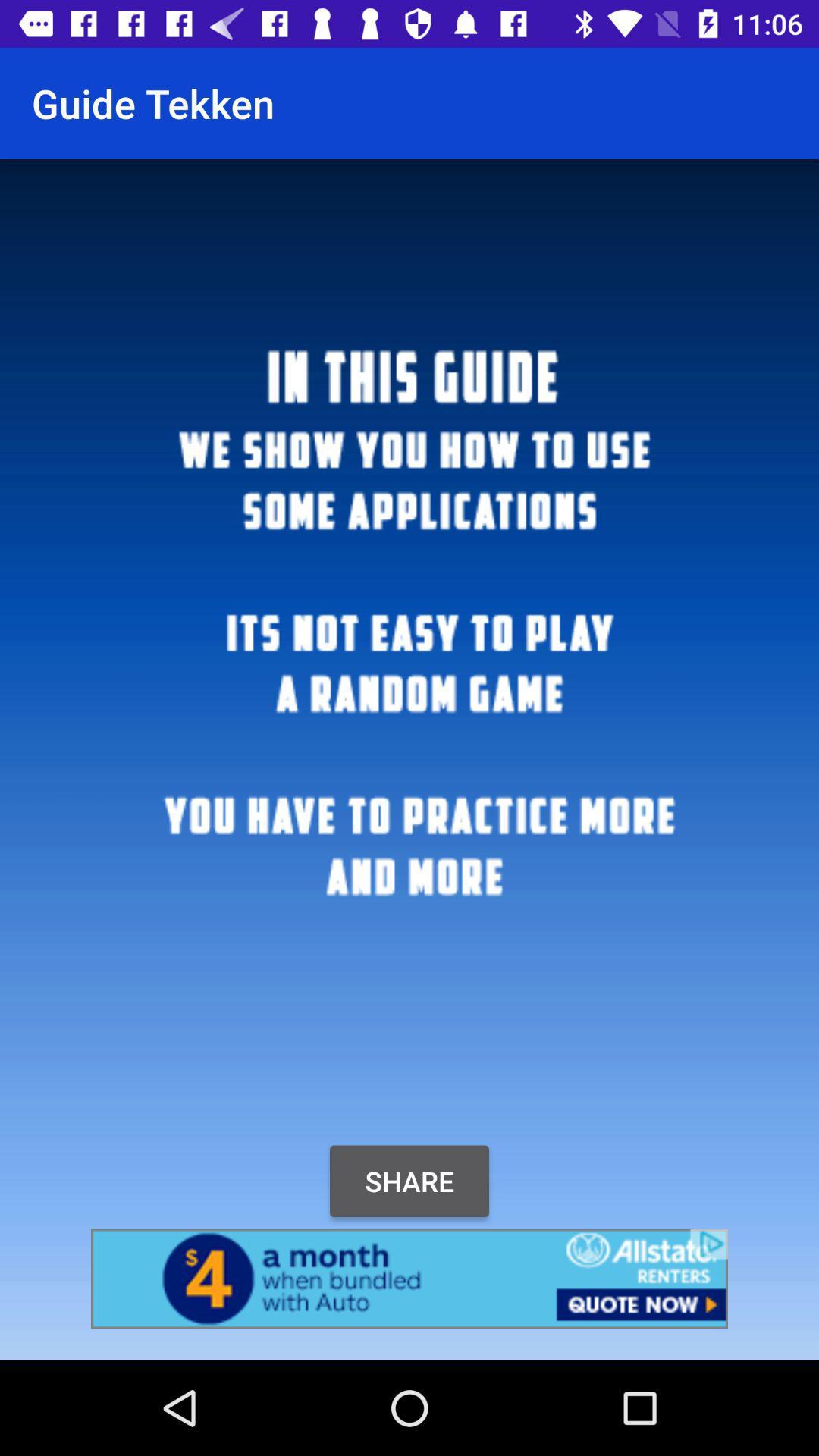 The height and width of the screenshot is (1456, 819). Describe the element at coordinates (409, 1278) in the screenshot. I see `connect to advertisement` at that location.